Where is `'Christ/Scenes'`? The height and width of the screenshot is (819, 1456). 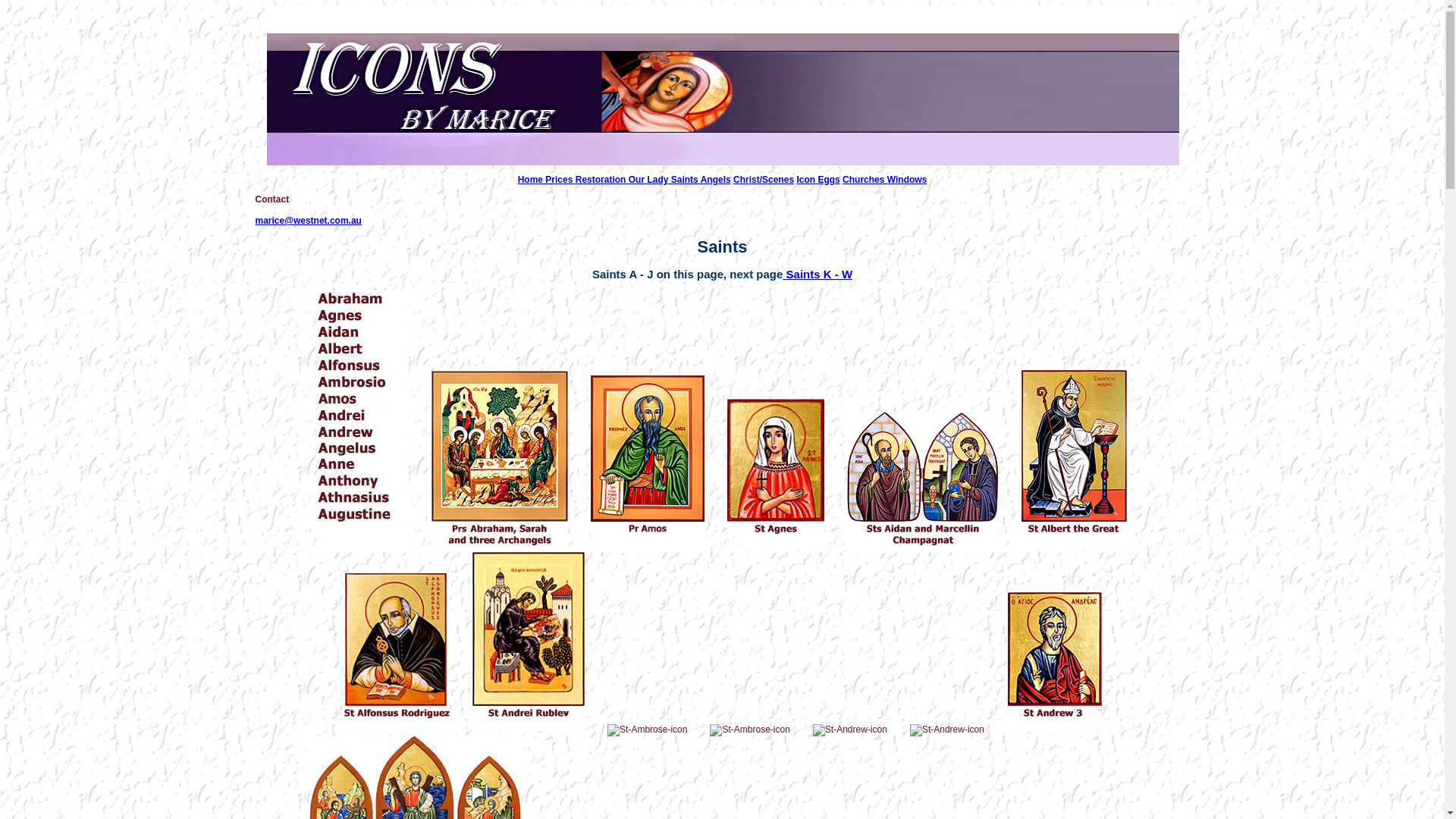
'Christ/Scenes' is located at coordinates (764, 178).